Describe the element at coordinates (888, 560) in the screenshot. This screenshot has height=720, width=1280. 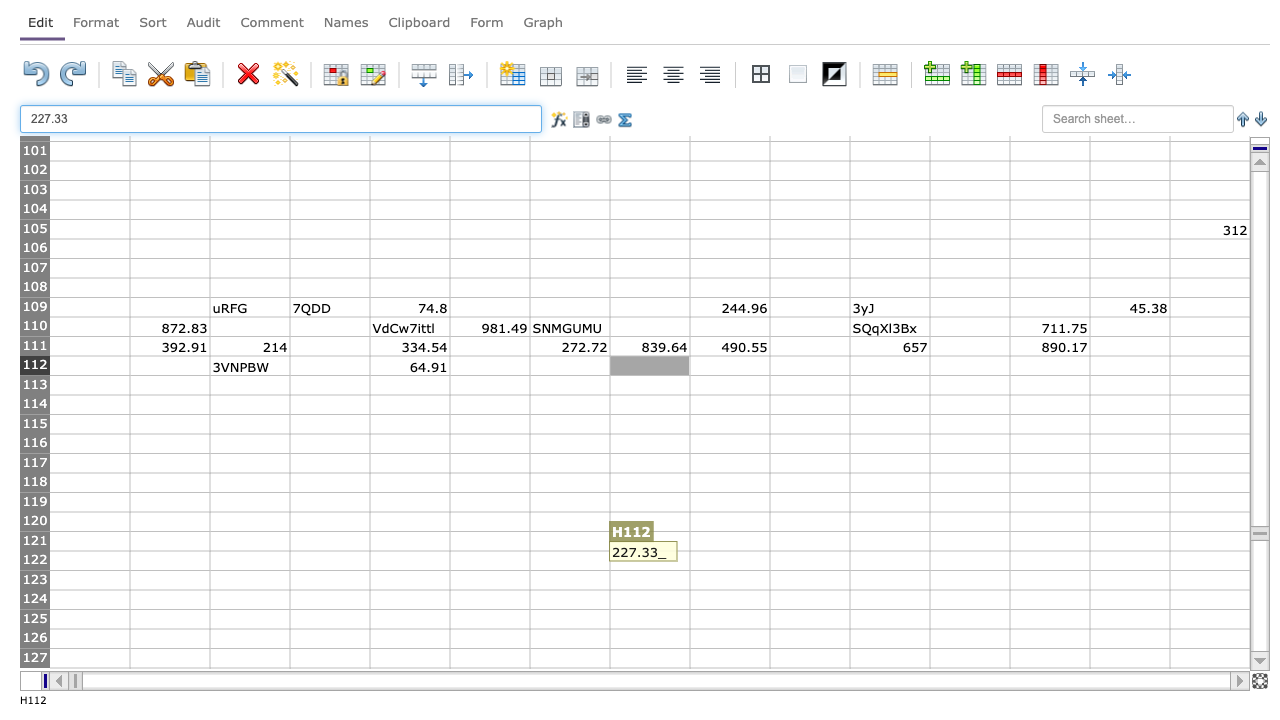
I see `Cell K-122` at that location.